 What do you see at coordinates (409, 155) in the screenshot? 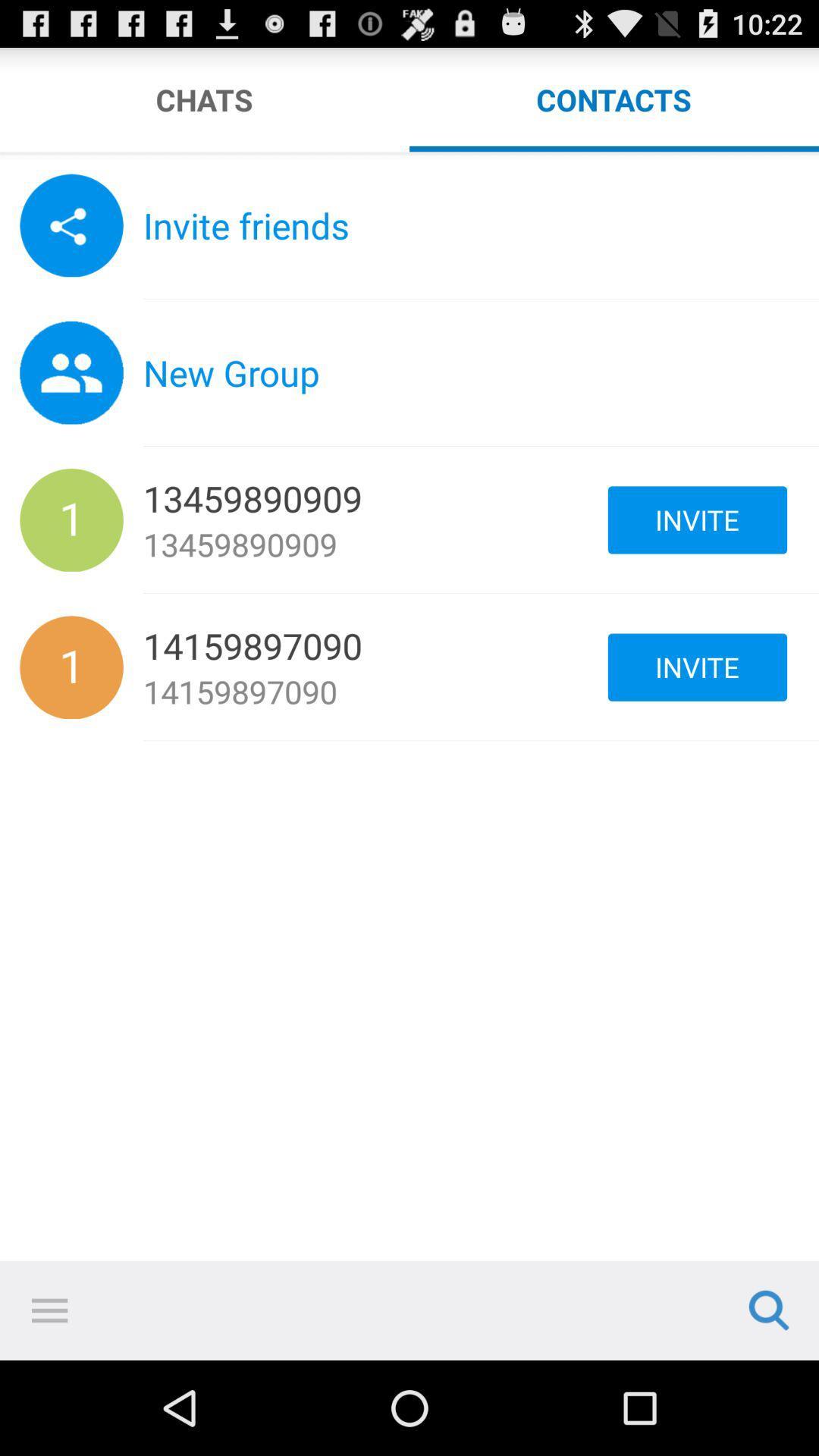
I see `slide across` at bounding box center [409, 155].